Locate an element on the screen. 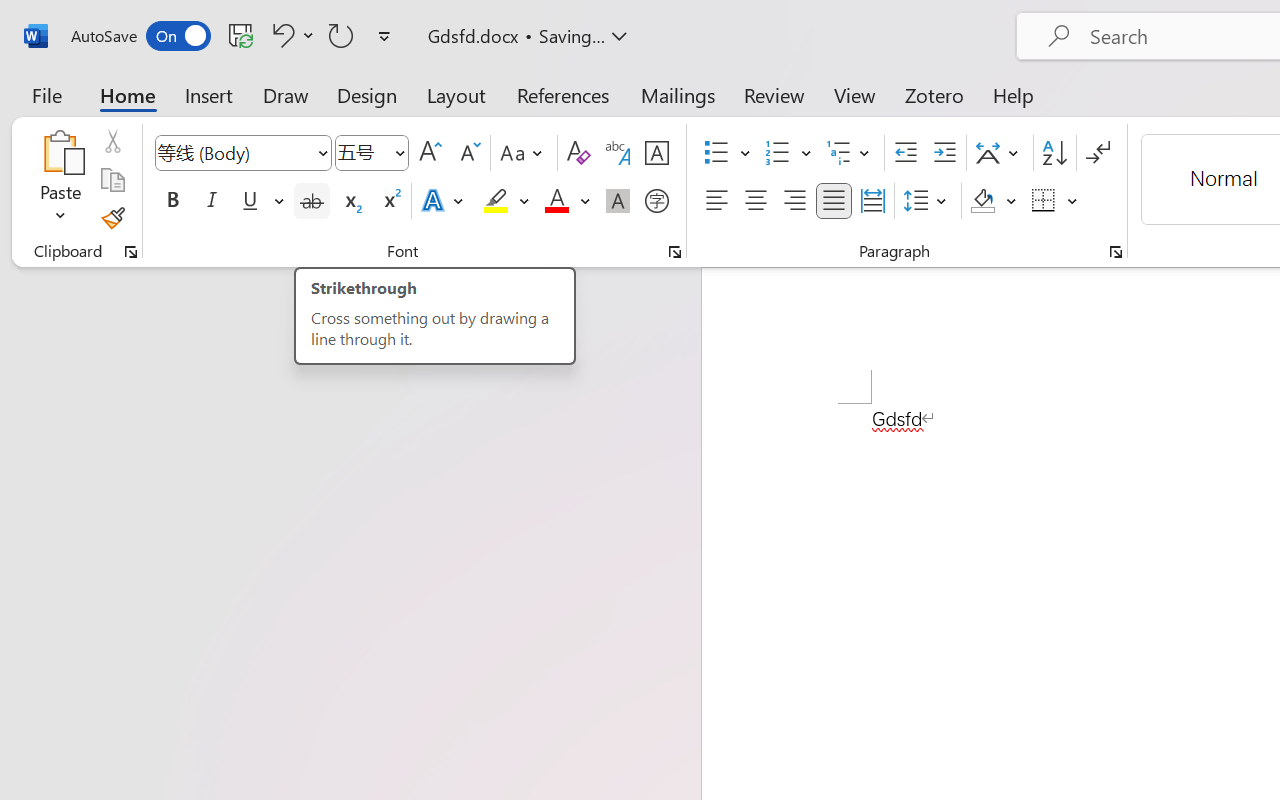 This screenshot has width=1280, height=800. 'Strikethrough' is located at coordinates (311, 201).